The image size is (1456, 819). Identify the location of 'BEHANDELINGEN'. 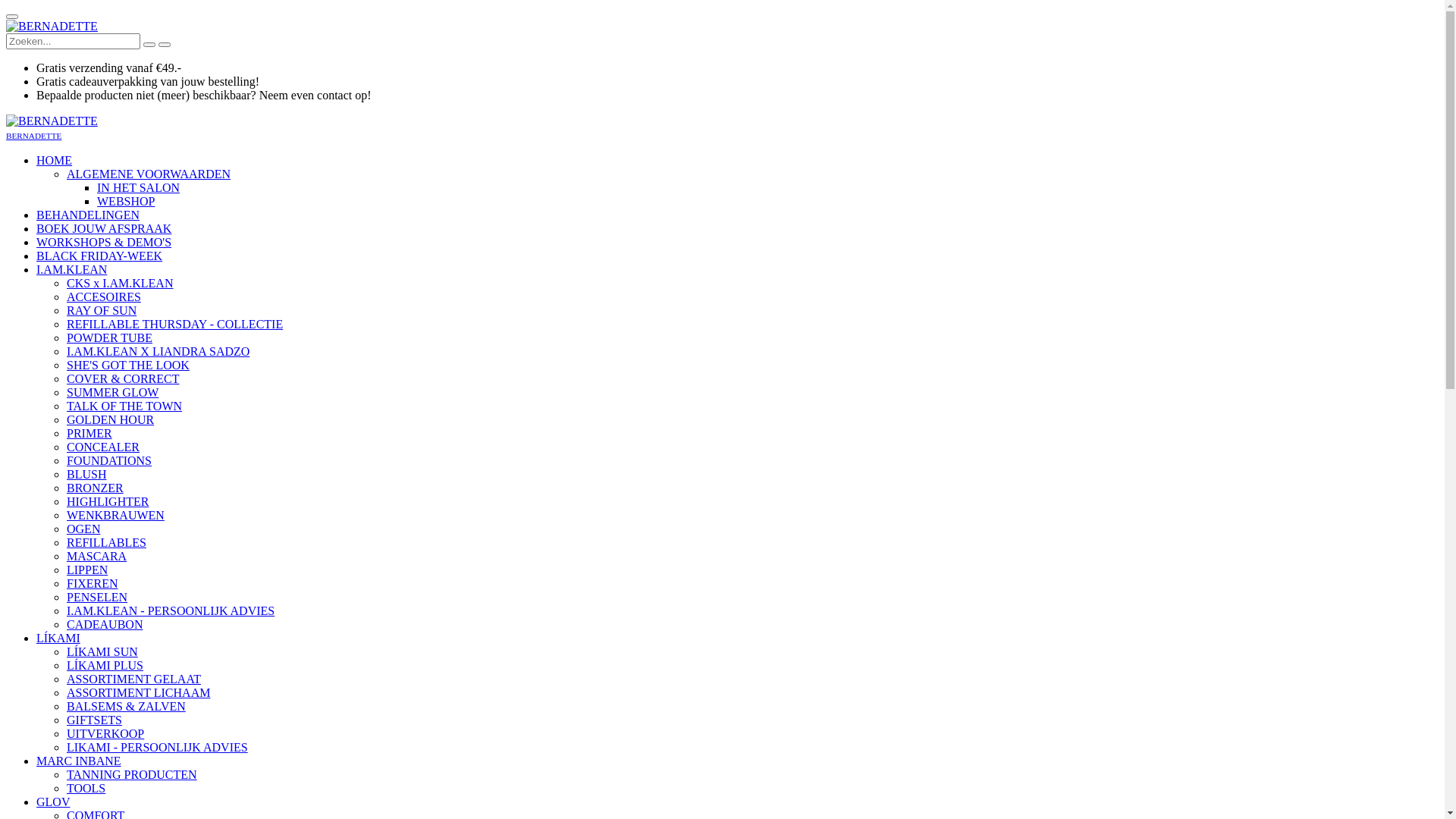
(86, 215).